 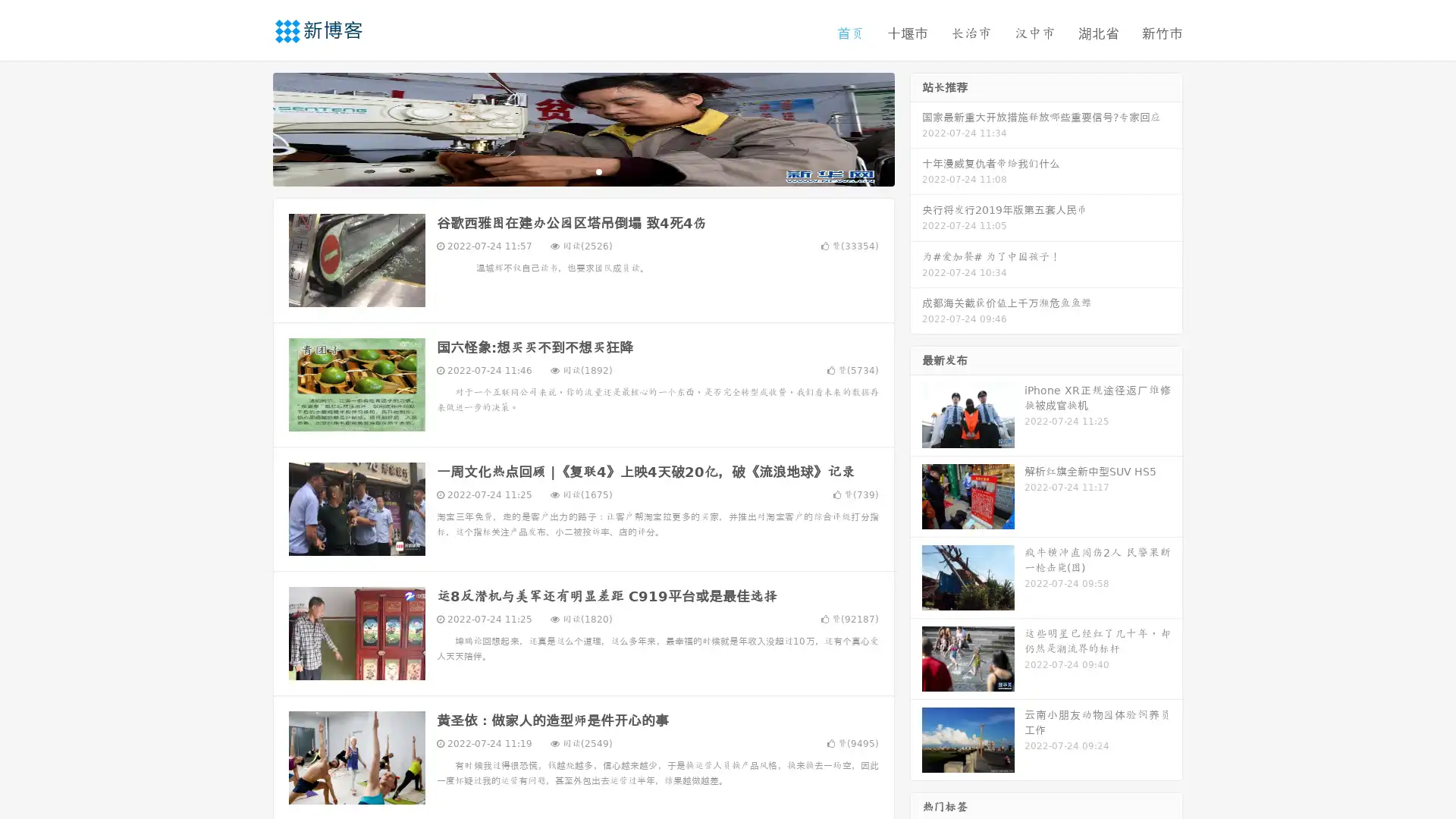 I want to click on Go to slide 2, so click(x=582, y=171).